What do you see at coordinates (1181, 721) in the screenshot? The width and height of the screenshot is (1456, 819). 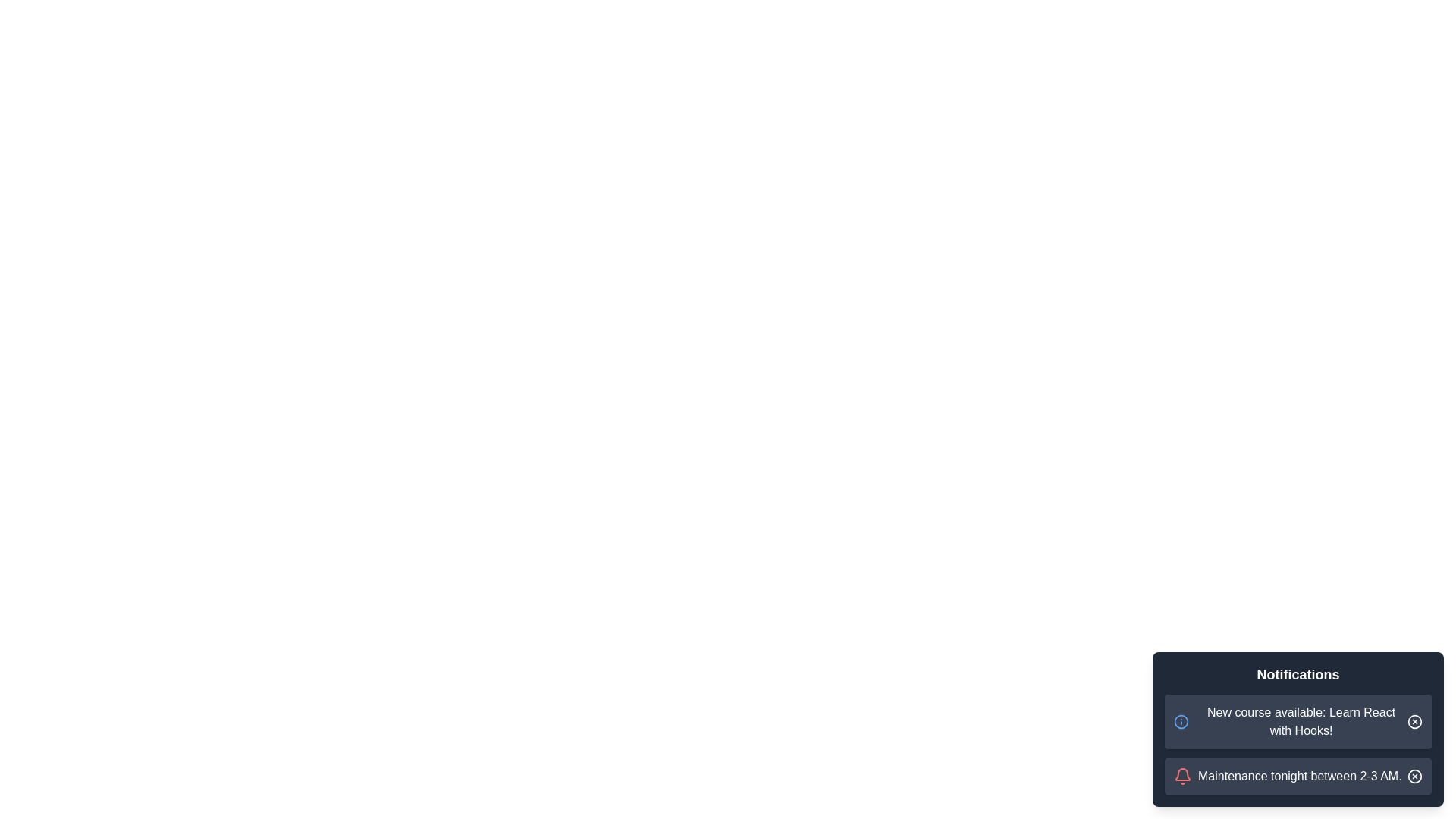 I see `the information icon of the first notification to trigger its feedback` at bounding box center [1181, 721].